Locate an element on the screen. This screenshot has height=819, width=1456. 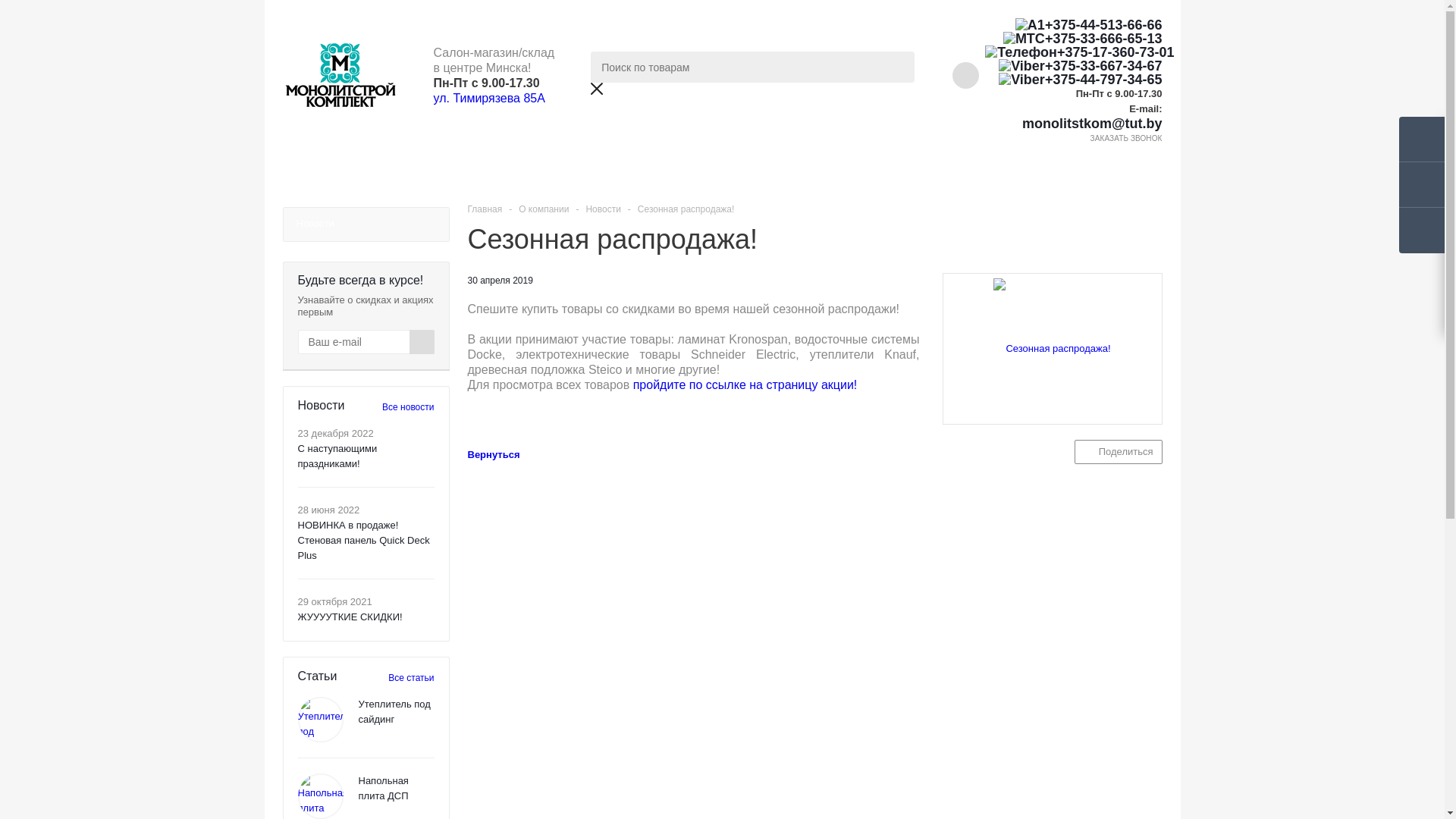
'A1' is located at coordinates (1030, 25).